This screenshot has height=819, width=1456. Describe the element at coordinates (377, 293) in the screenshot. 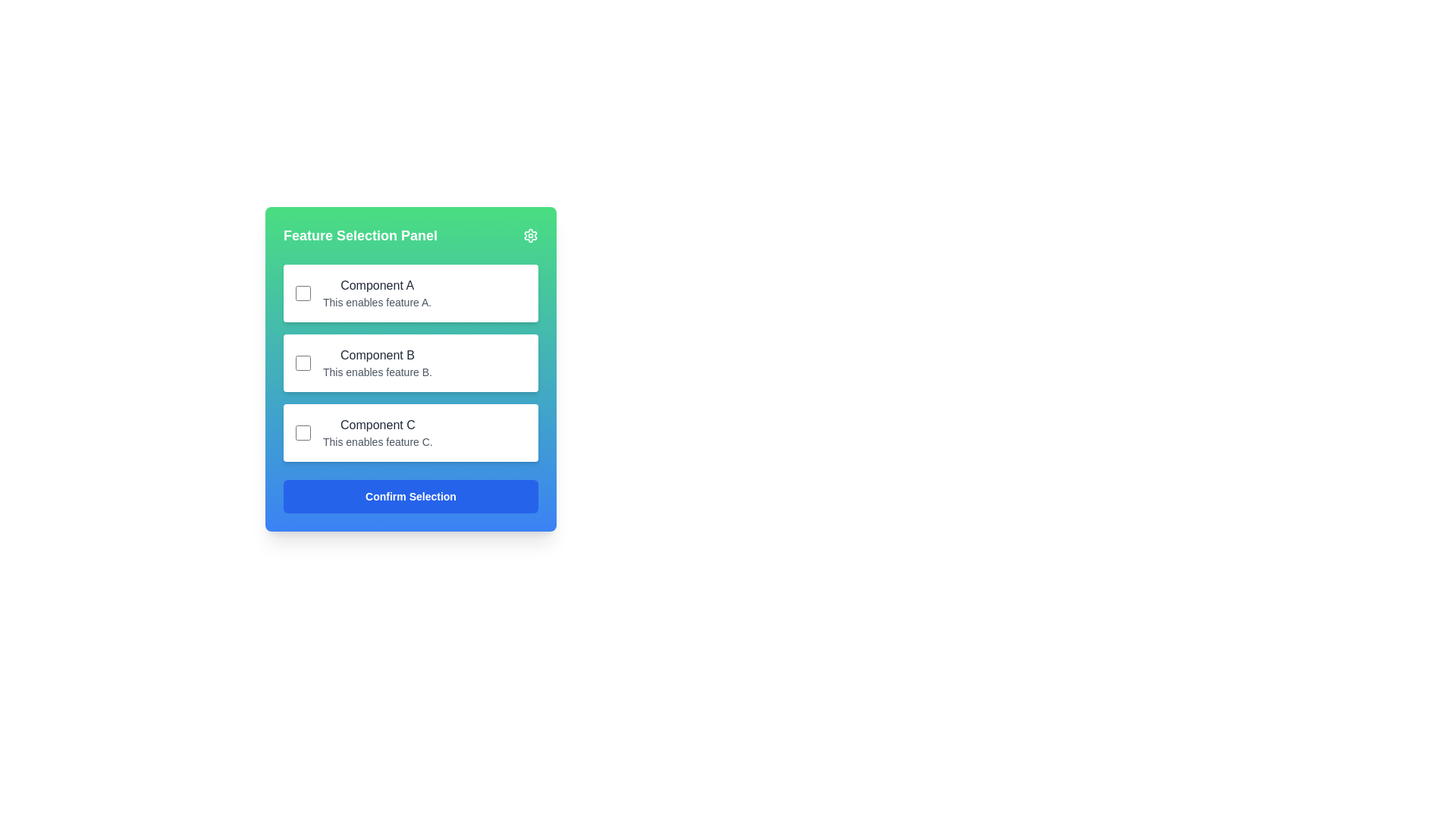

I see `the text label displaying 'Component A' and 'This enables feature A.' in the first feature block of the 'Feature Selection Panel'` at that location.